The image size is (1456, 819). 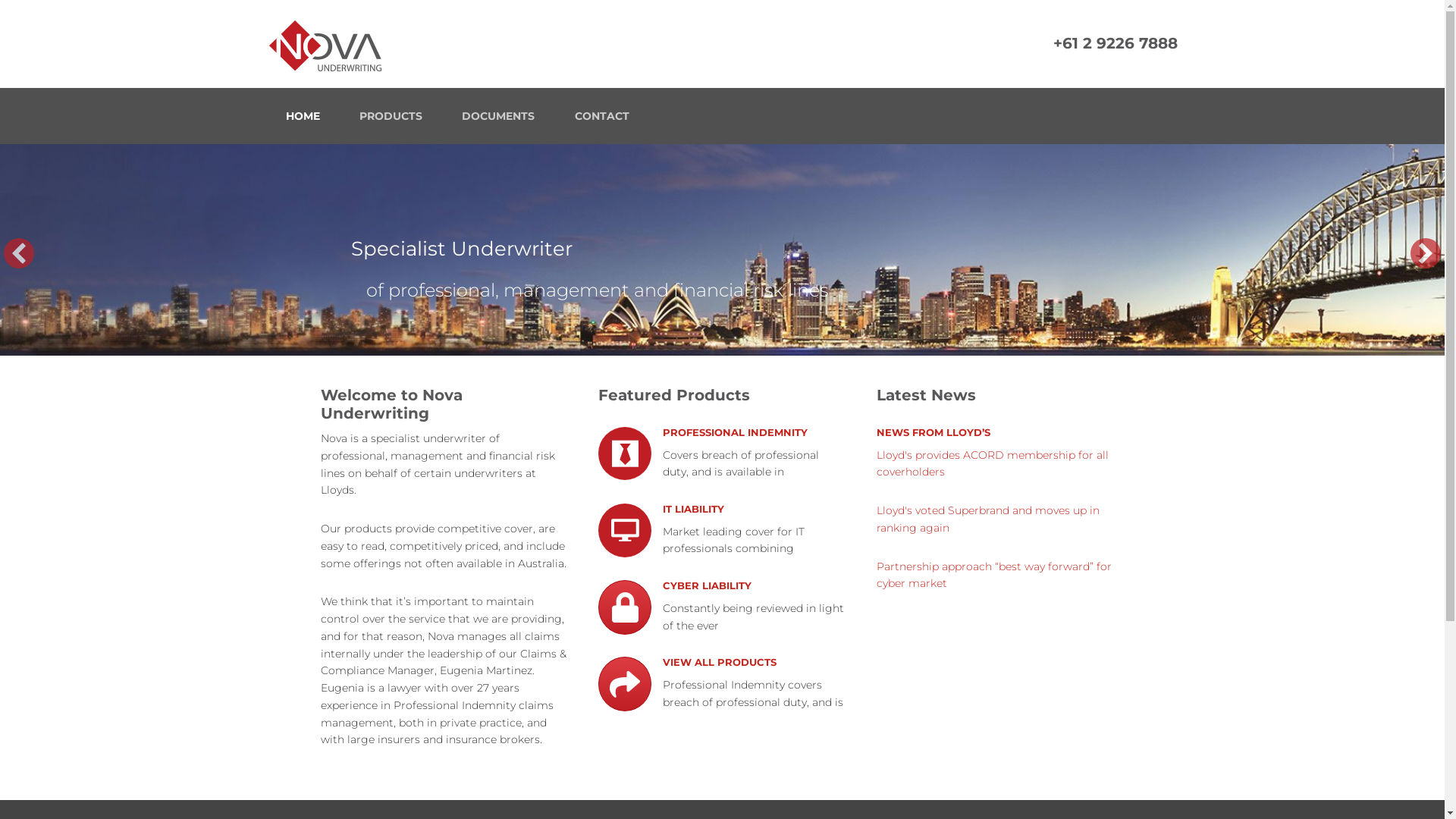 What do you see at coordinates (735, 438) in the screenshot?
I see `'PROFESSIONAL INDEMNITY'` at bounding box center [735, 438].